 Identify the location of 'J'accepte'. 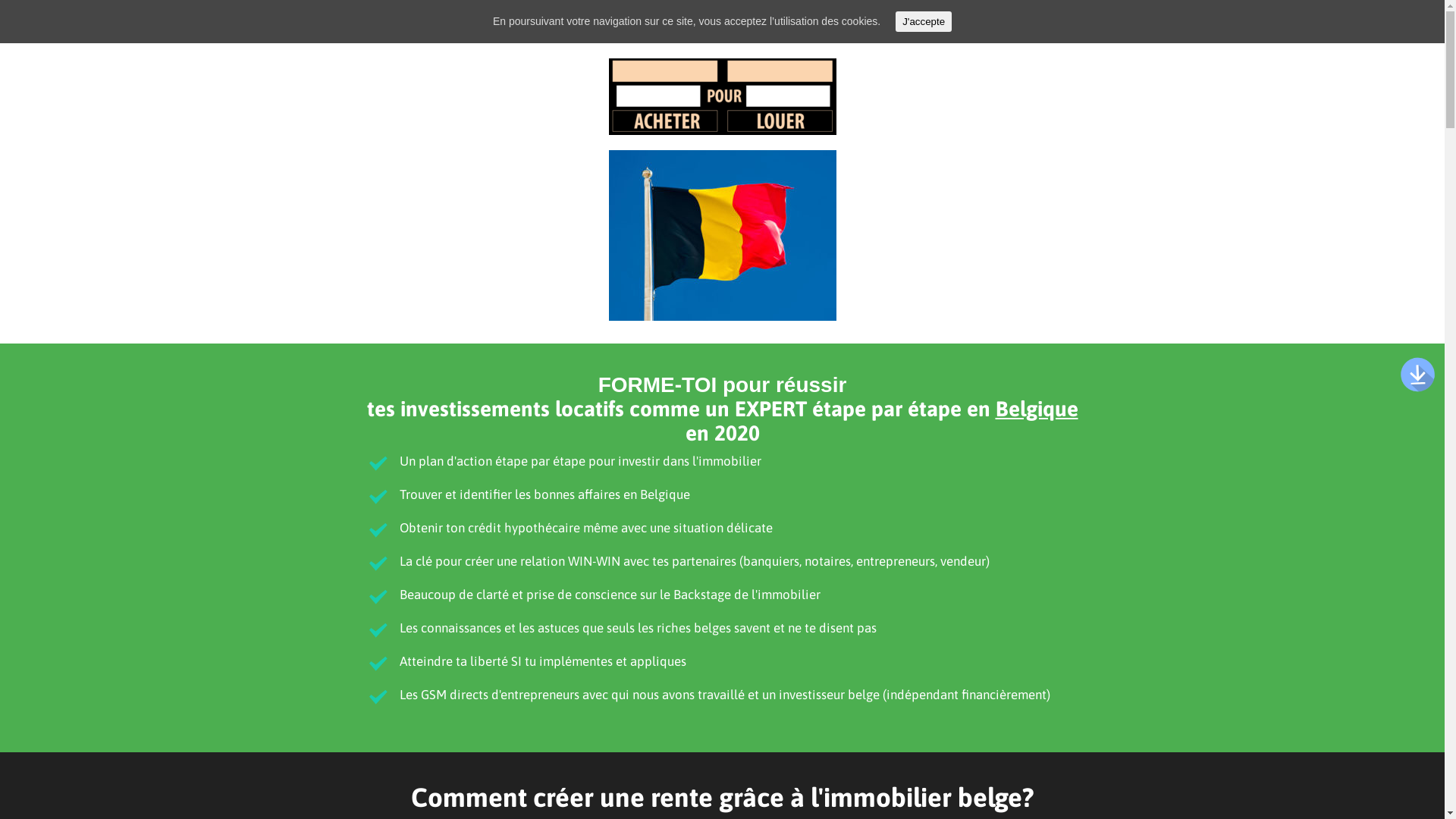
(923, 21).